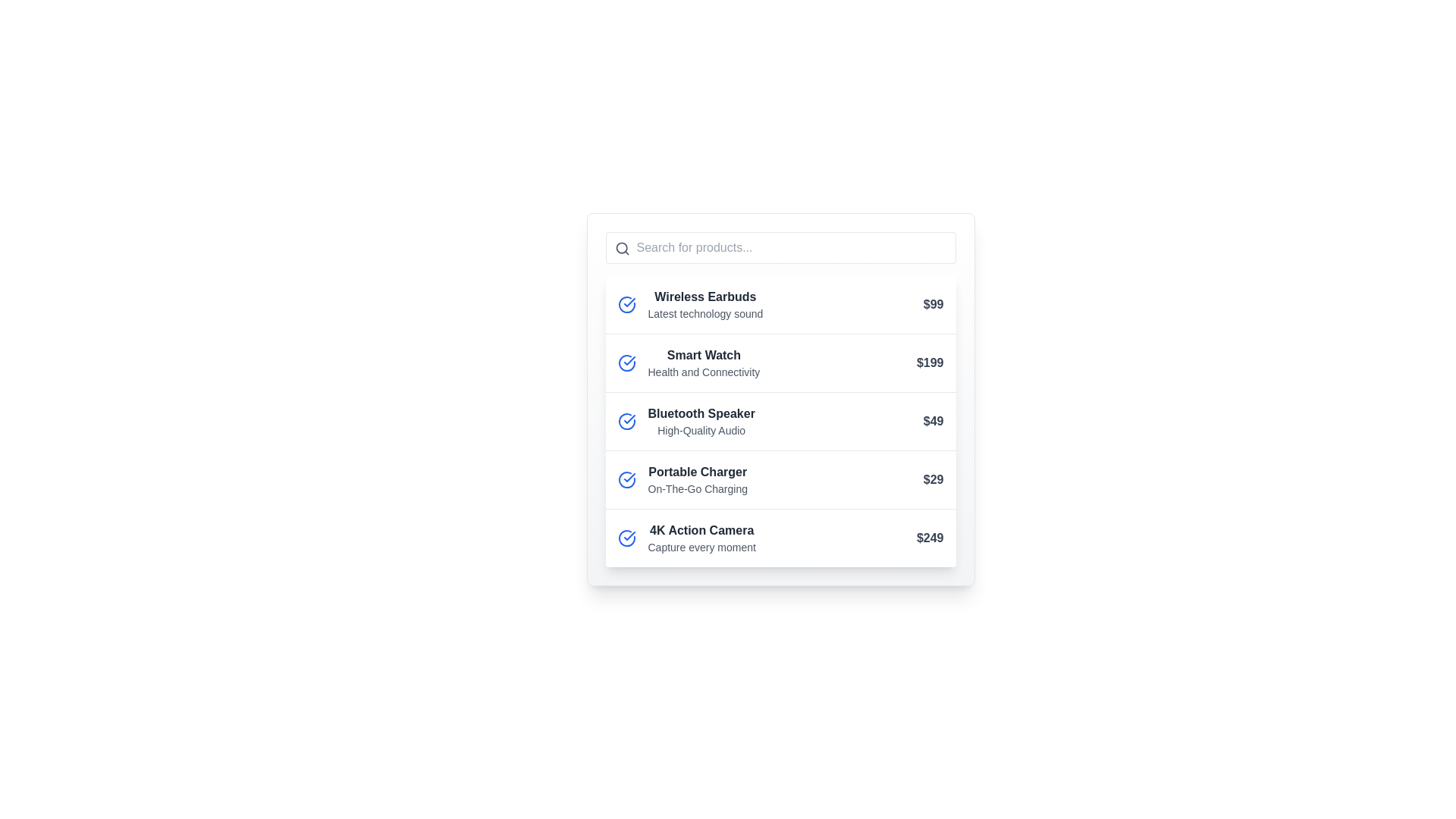 The image size is (1456, 819). What do you see at coordinates (701, 430) in the screenshot?
I see `the text label 'High-Quality Audio' displayed in a small-sized gray font, located below the 'Bluetooth Speaker' text in the vertically aligned menu` at bounding box center [701, 430].